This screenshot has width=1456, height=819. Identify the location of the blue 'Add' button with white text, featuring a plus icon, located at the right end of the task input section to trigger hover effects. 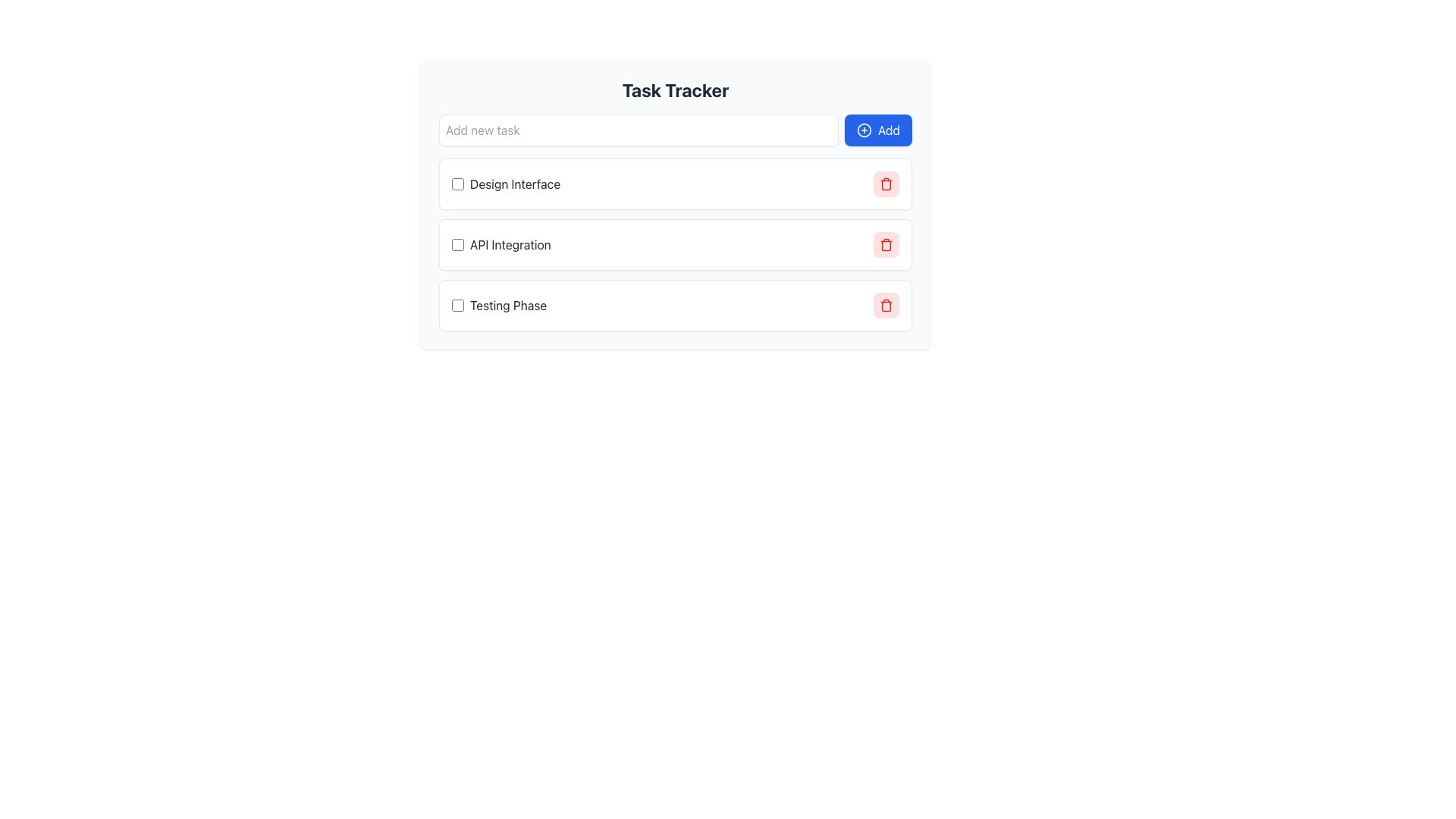
(878, 130).